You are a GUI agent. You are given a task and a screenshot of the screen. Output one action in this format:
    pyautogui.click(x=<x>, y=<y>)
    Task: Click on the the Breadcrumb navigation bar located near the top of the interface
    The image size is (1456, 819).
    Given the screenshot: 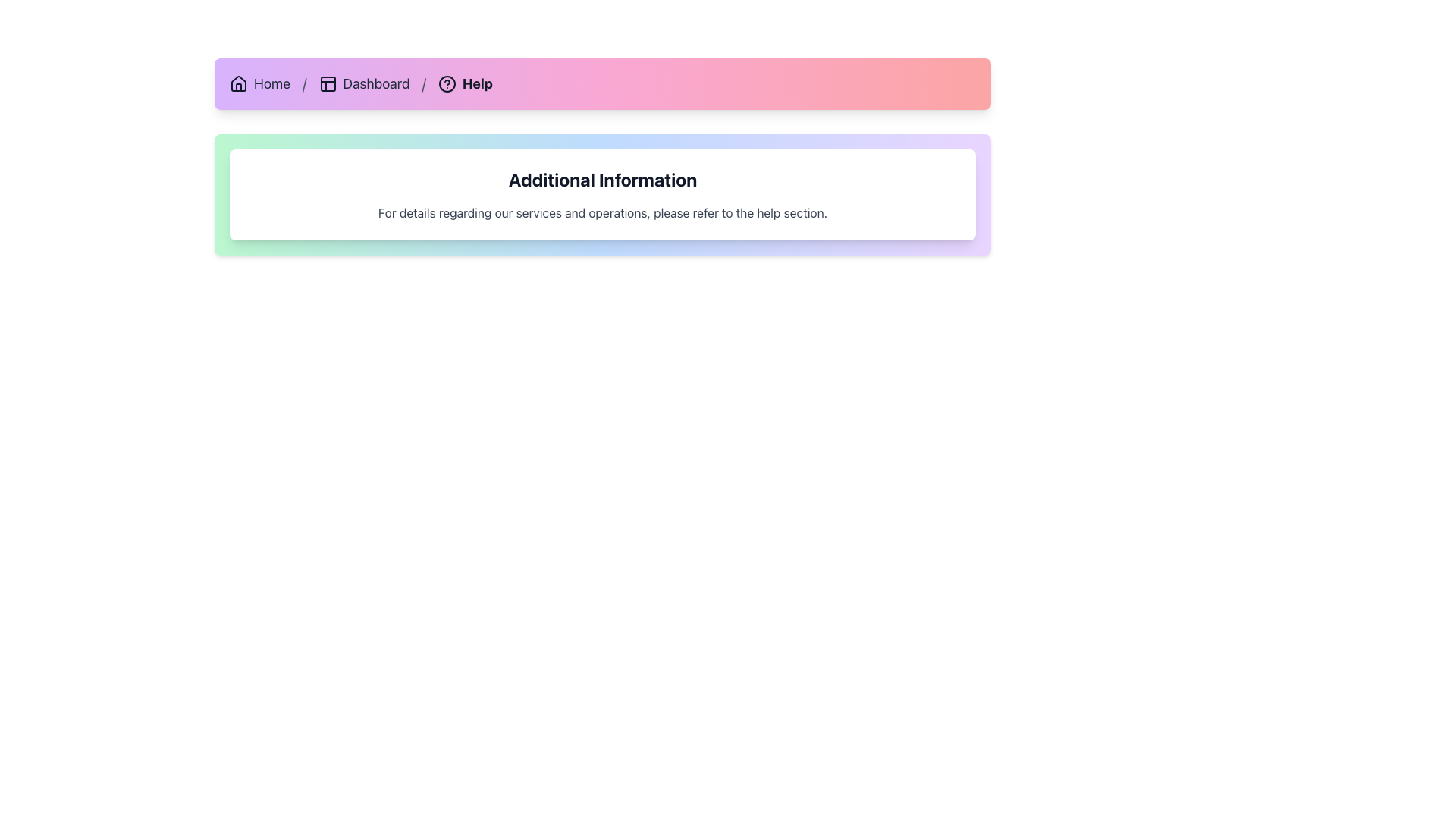 What is the action you would take?
    pyautogui.click(x=602, y=84)
    